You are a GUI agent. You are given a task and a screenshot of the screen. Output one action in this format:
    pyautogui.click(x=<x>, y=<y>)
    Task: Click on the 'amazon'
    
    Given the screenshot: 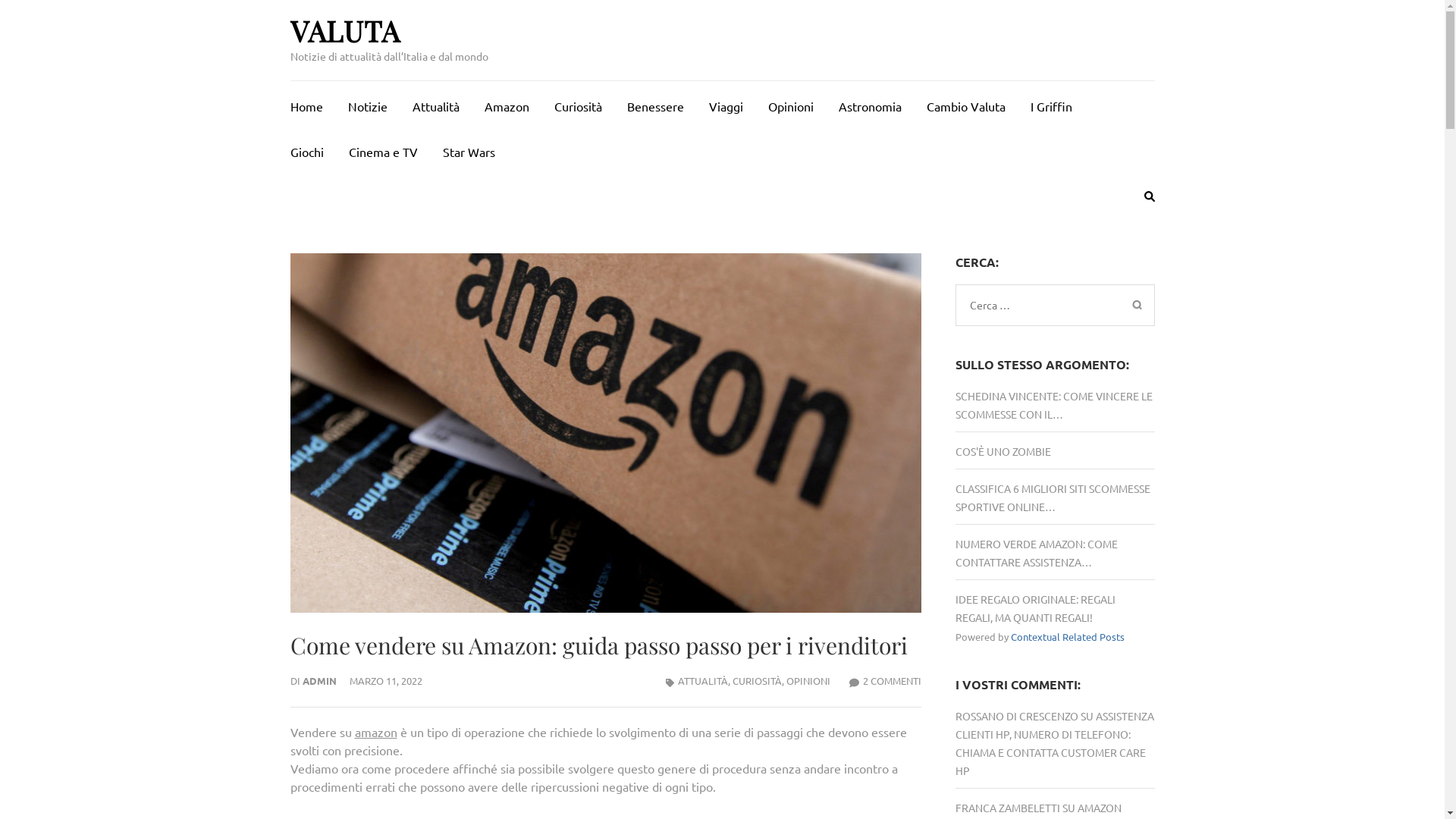 What is the action you would take?
    pyautogui.click(x=375, y=730)
    